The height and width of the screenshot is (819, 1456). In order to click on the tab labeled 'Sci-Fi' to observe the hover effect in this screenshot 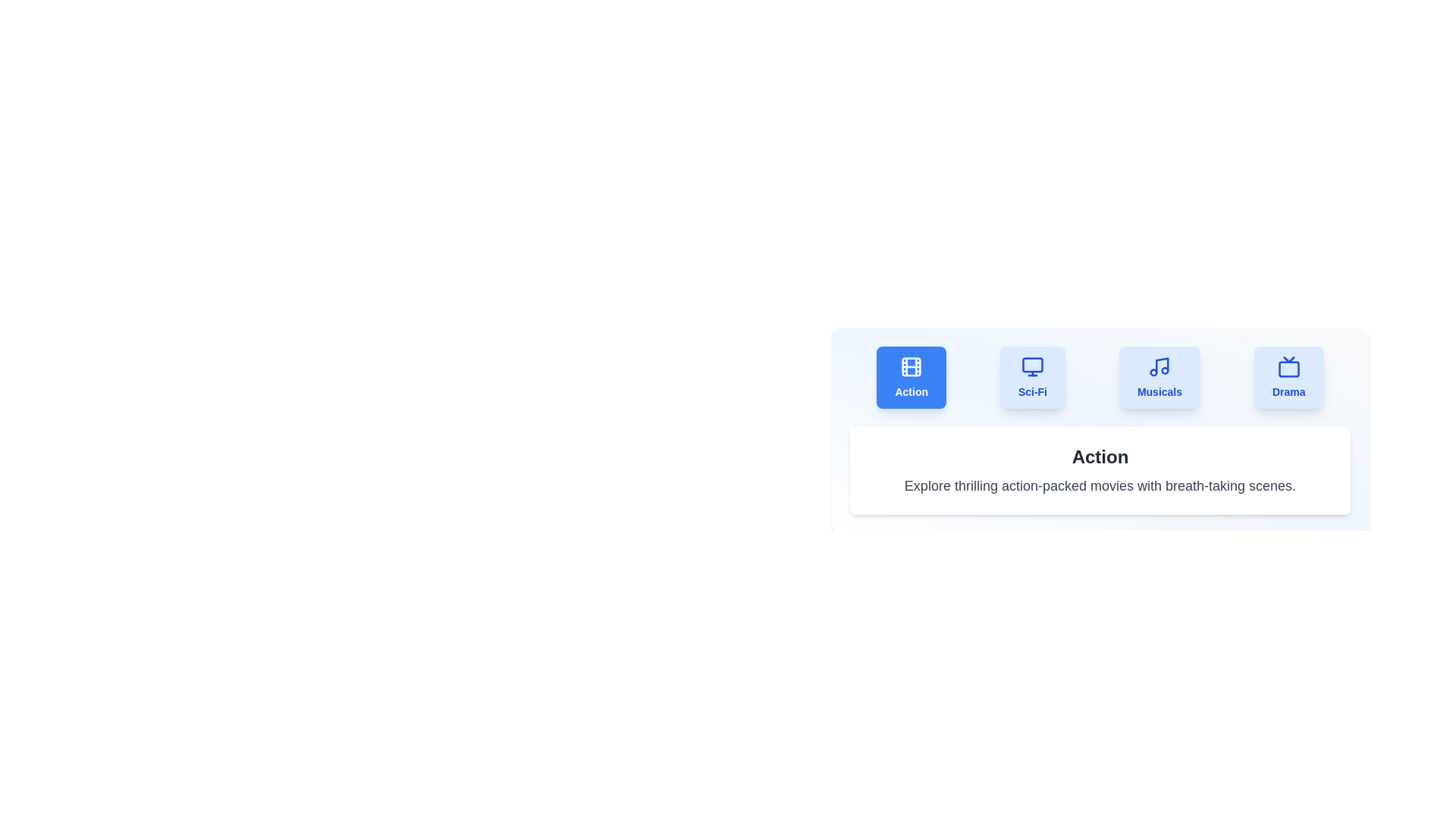, I will do `click(1031, 376)`.